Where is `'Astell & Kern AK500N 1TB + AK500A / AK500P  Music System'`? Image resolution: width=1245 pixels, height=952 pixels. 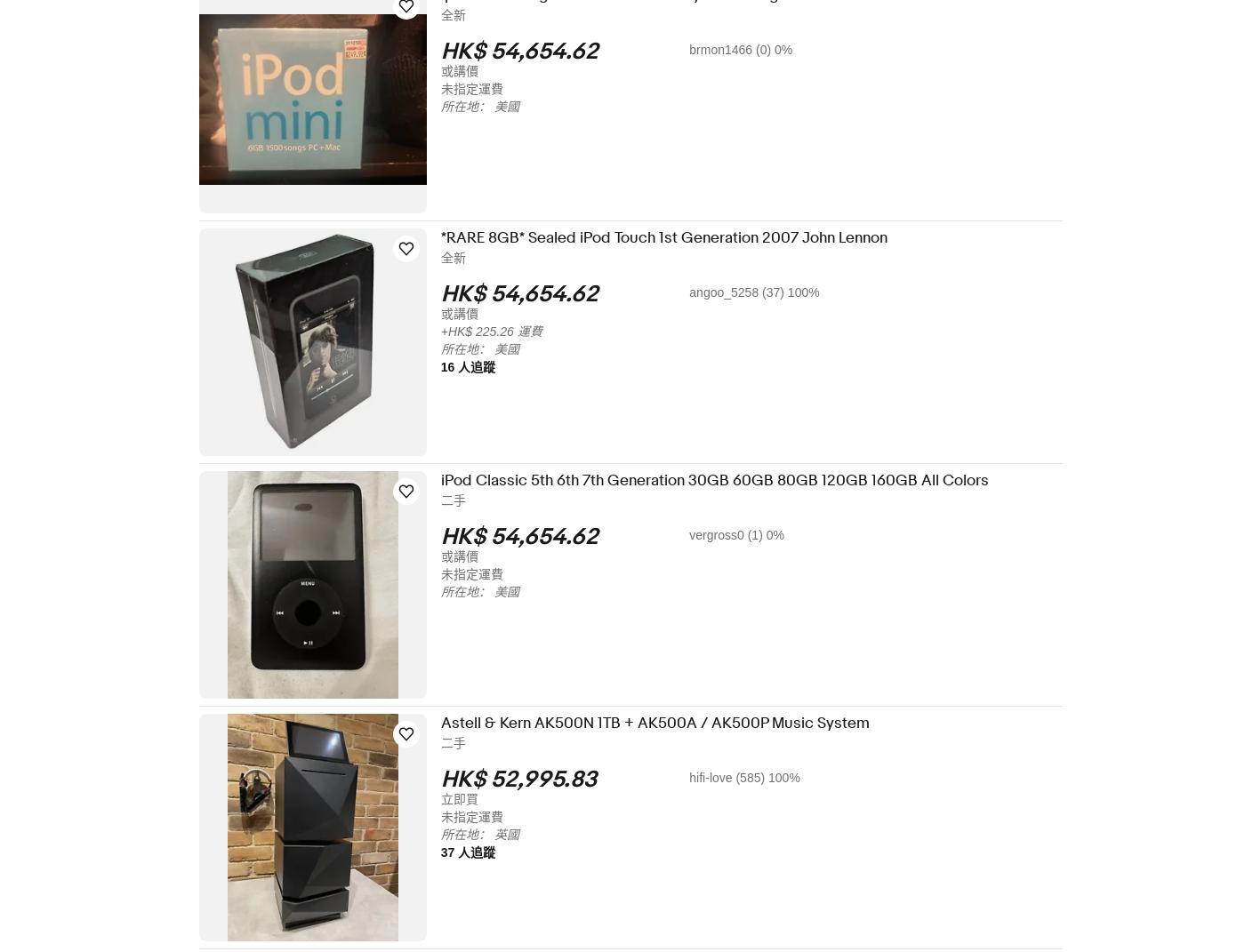
'Astell & Kern AK500N 1TB + AK500A / AK500P  Music System' is located at coordinates (452, 722).